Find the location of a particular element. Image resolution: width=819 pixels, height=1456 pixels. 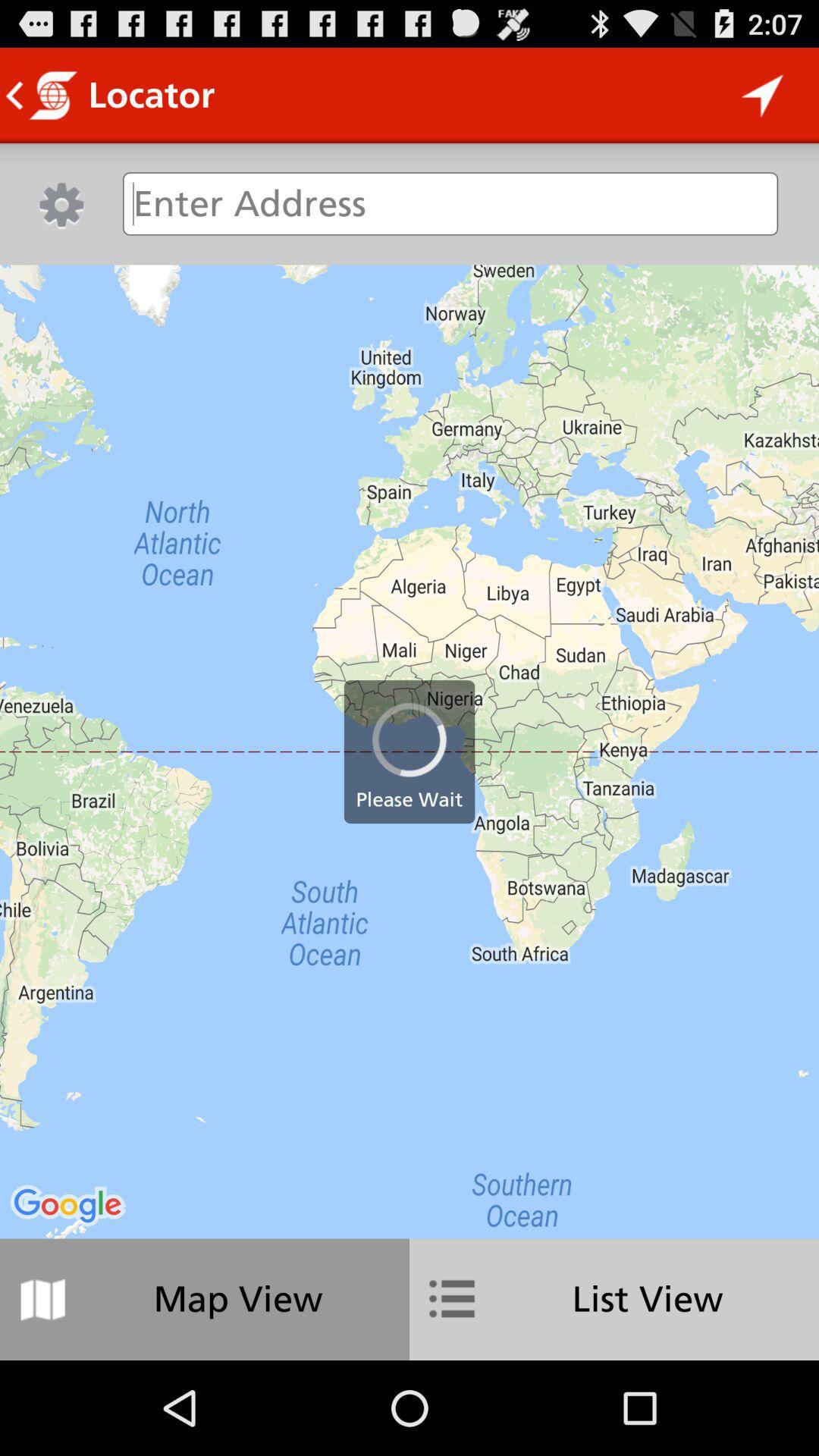

icon above map view item is located at coordinates (409, 752).